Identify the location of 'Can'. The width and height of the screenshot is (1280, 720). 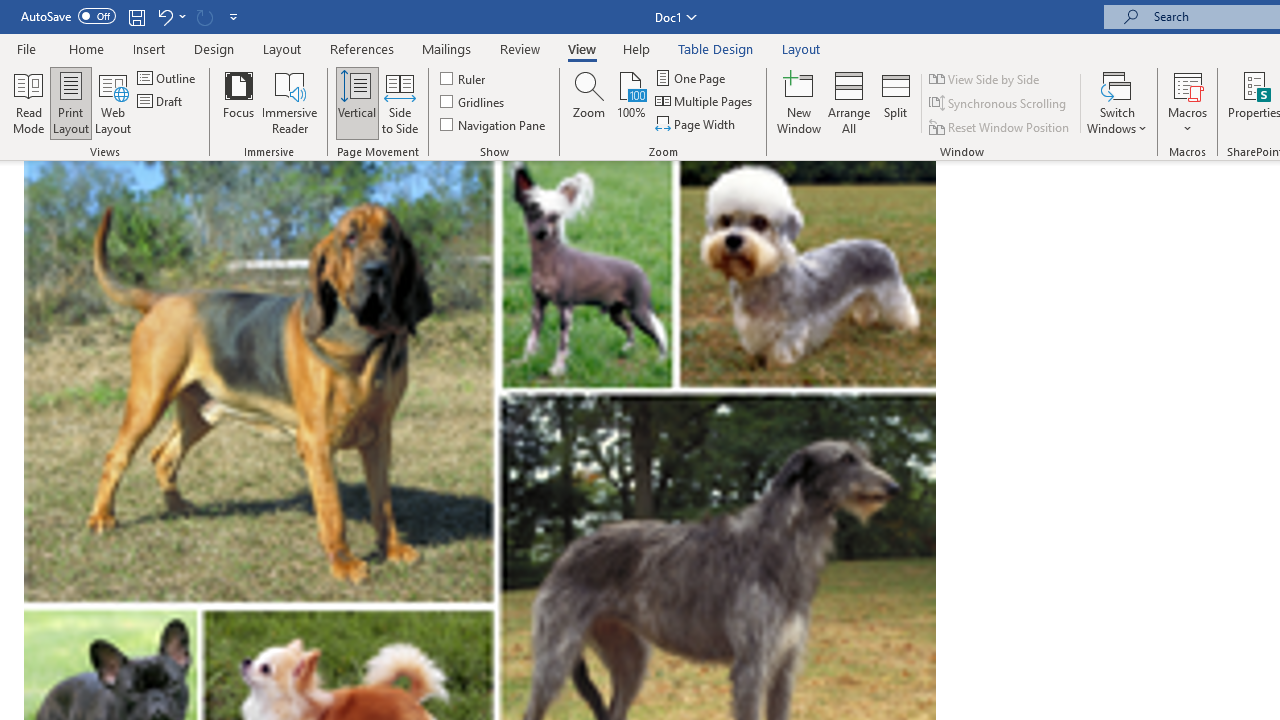
(204, 16).